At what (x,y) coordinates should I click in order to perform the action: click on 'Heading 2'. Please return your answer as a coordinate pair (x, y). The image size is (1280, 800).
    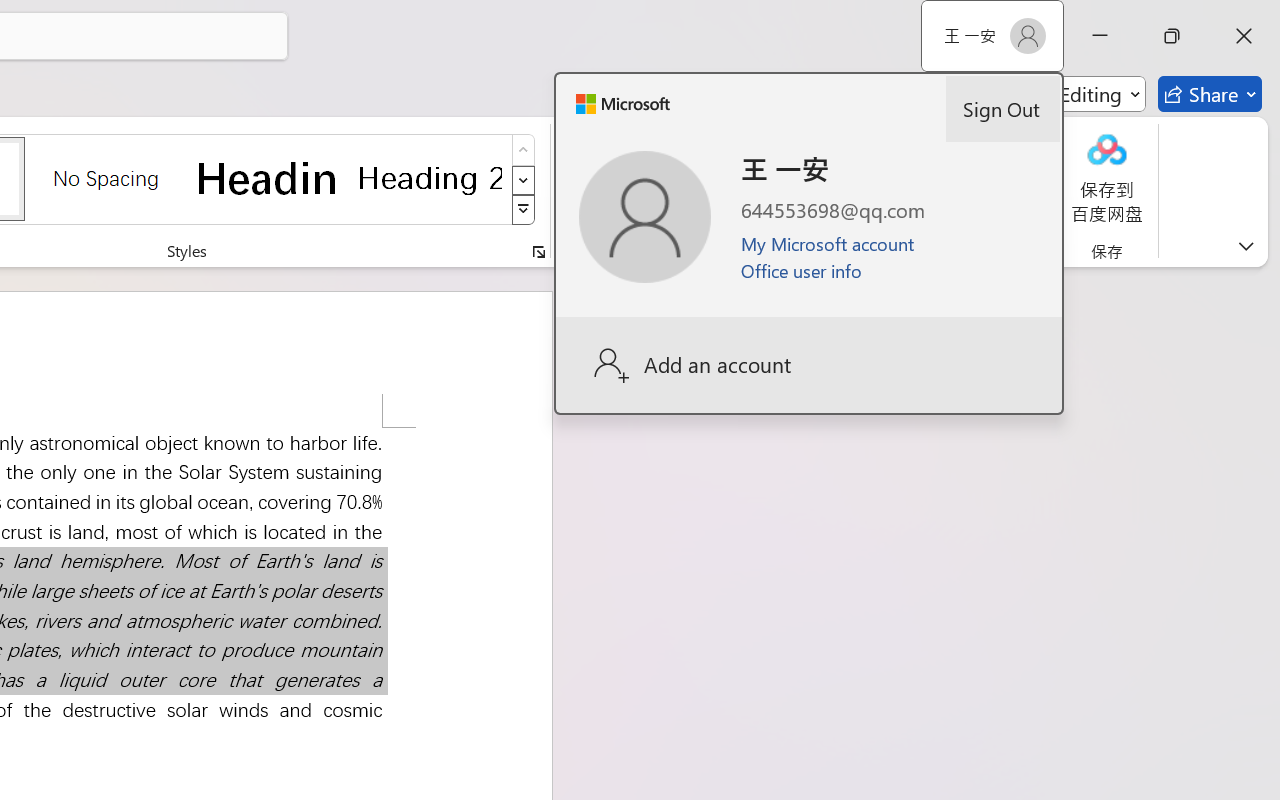
    Looking at the image, I should click on (429, 177).